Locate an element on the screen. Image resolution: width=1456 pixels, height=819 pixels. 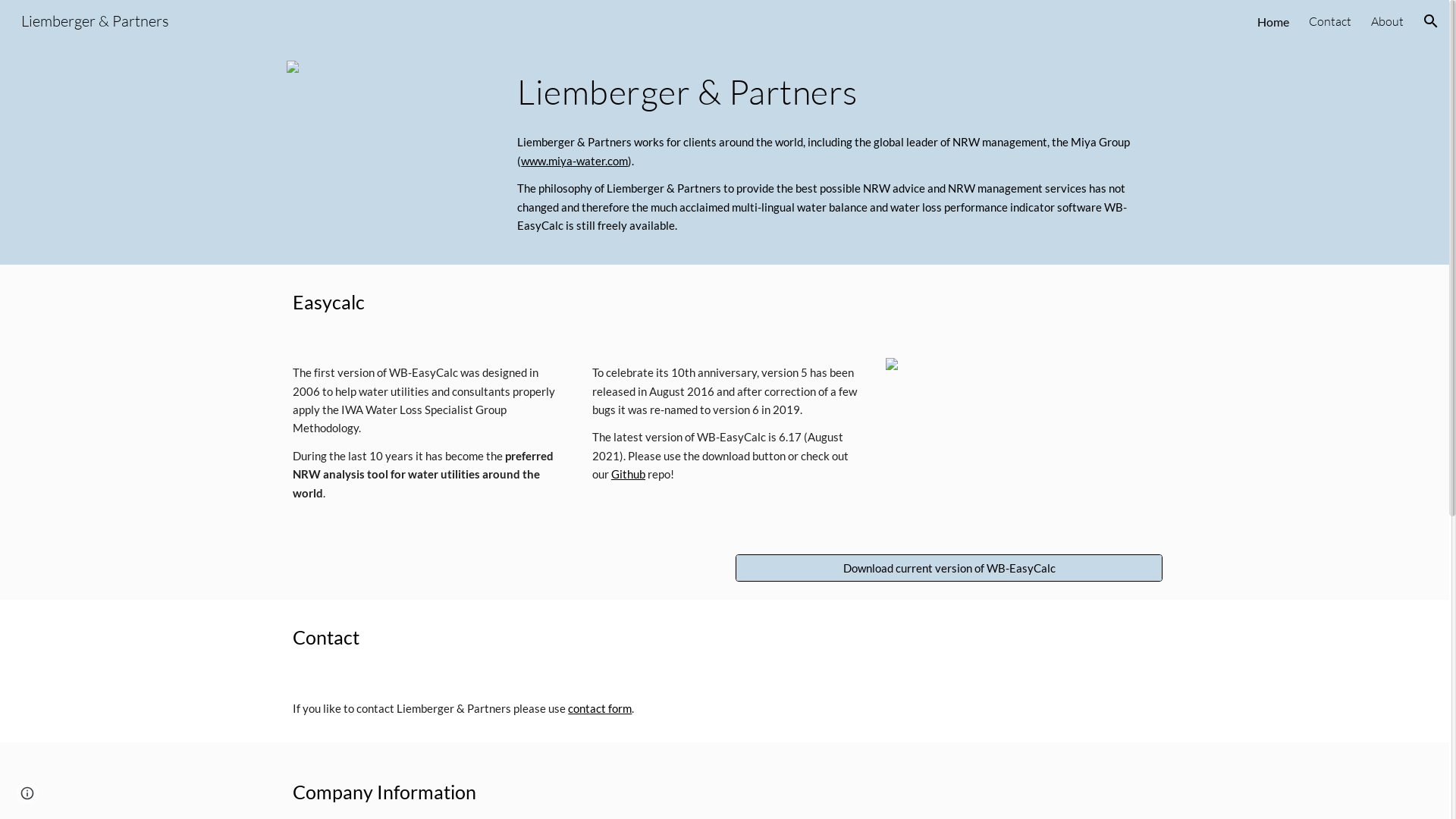
'contact form' is located at coordinates (599, 708).